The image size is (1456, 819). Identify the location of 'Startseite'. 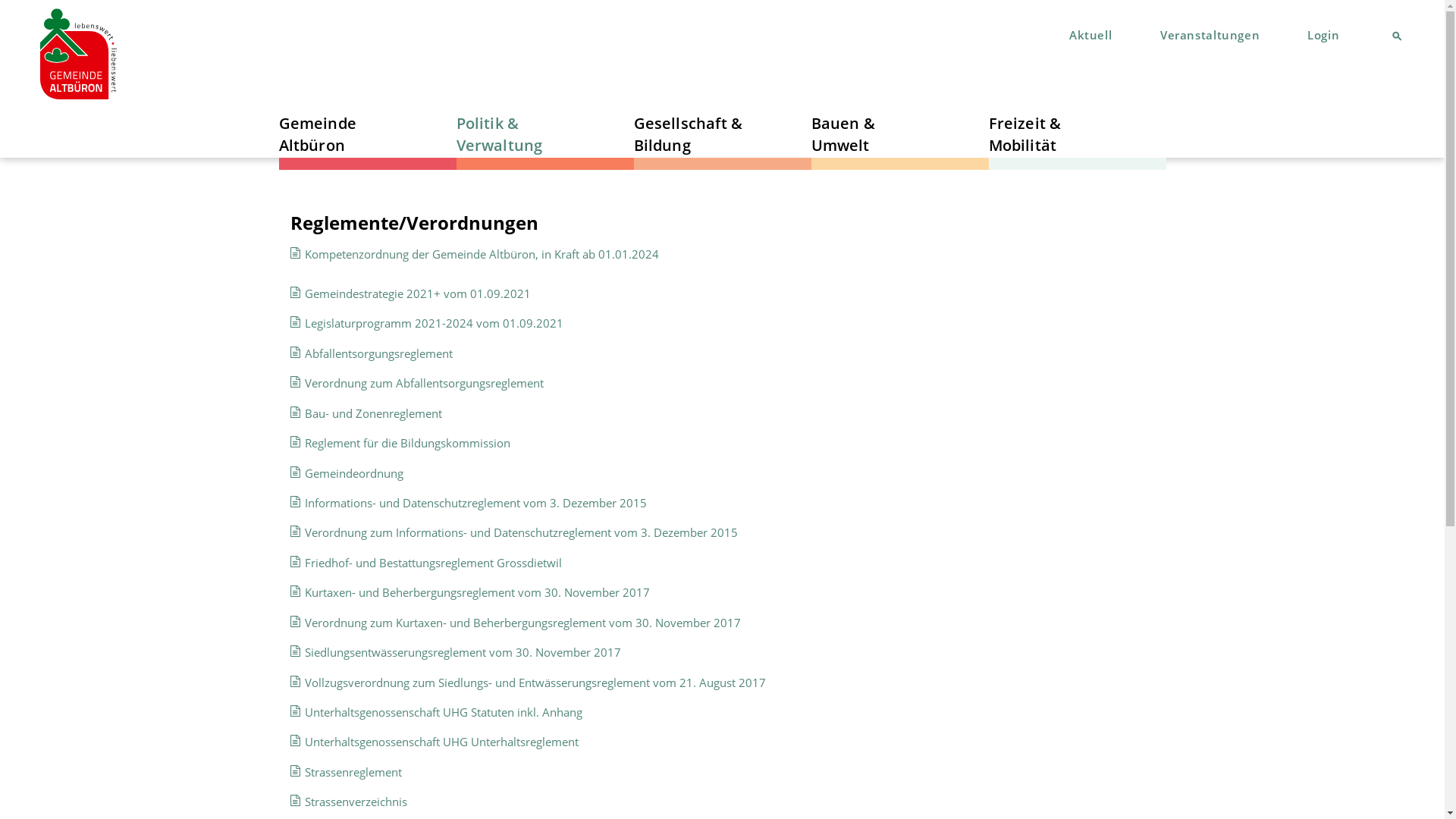
(77, 54).